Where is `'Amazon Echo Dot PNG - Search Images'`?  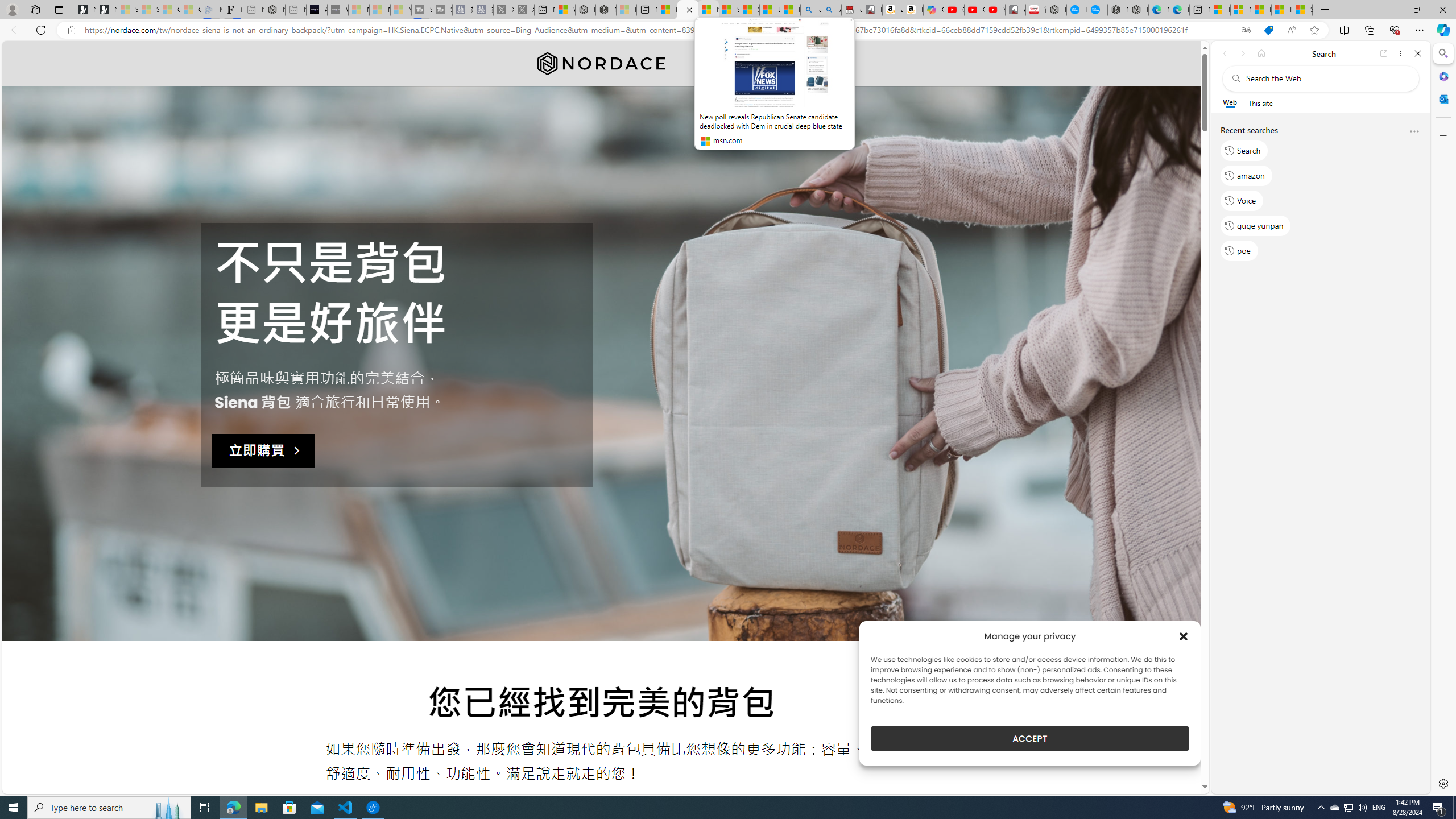
'Amazon Echo Dot PNG - Search Images' is located at coordinates (830, 9).